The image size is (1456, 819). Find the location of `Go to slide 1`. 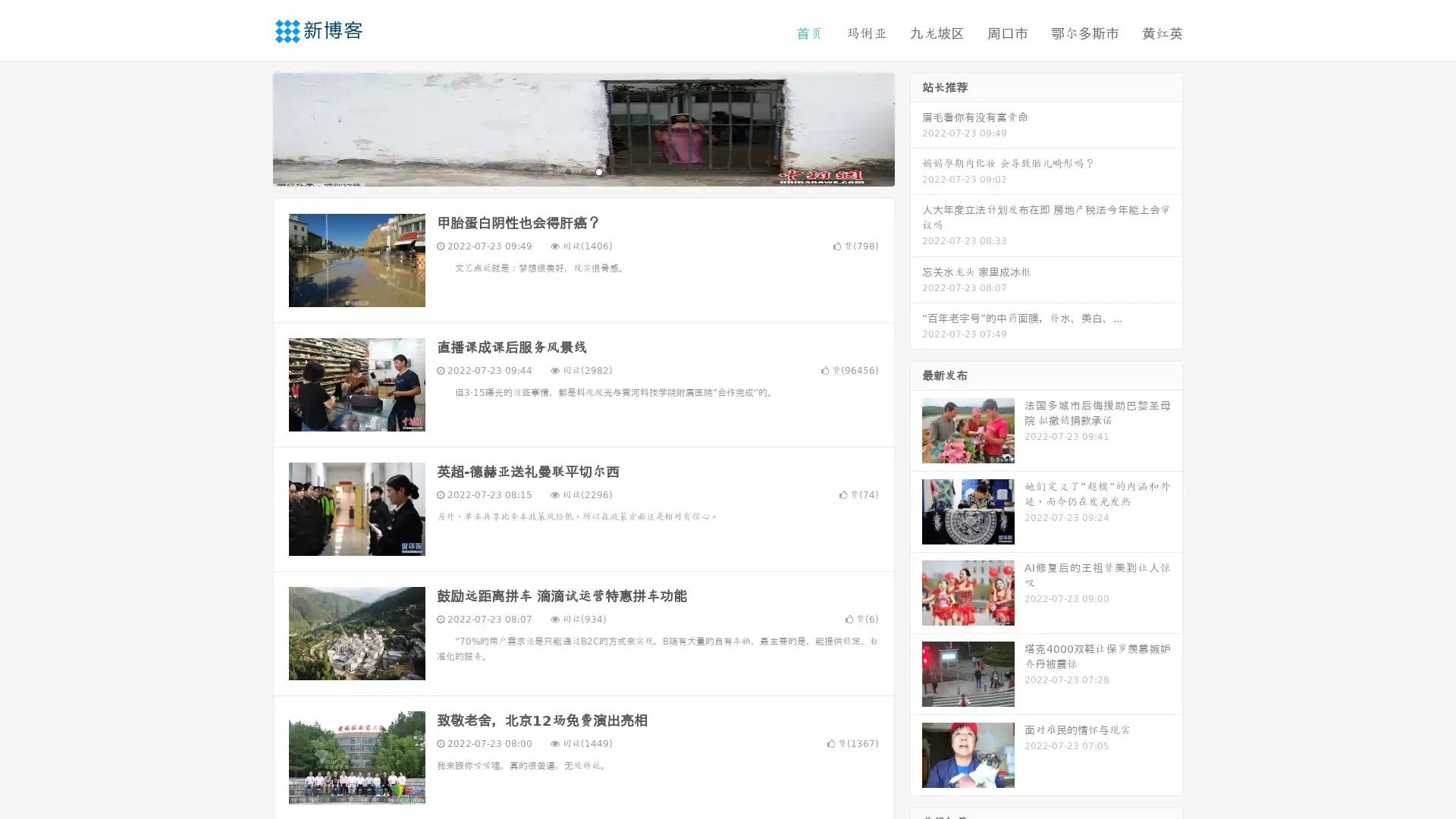

Go to slide 1 is located at coordinates (567, 171).